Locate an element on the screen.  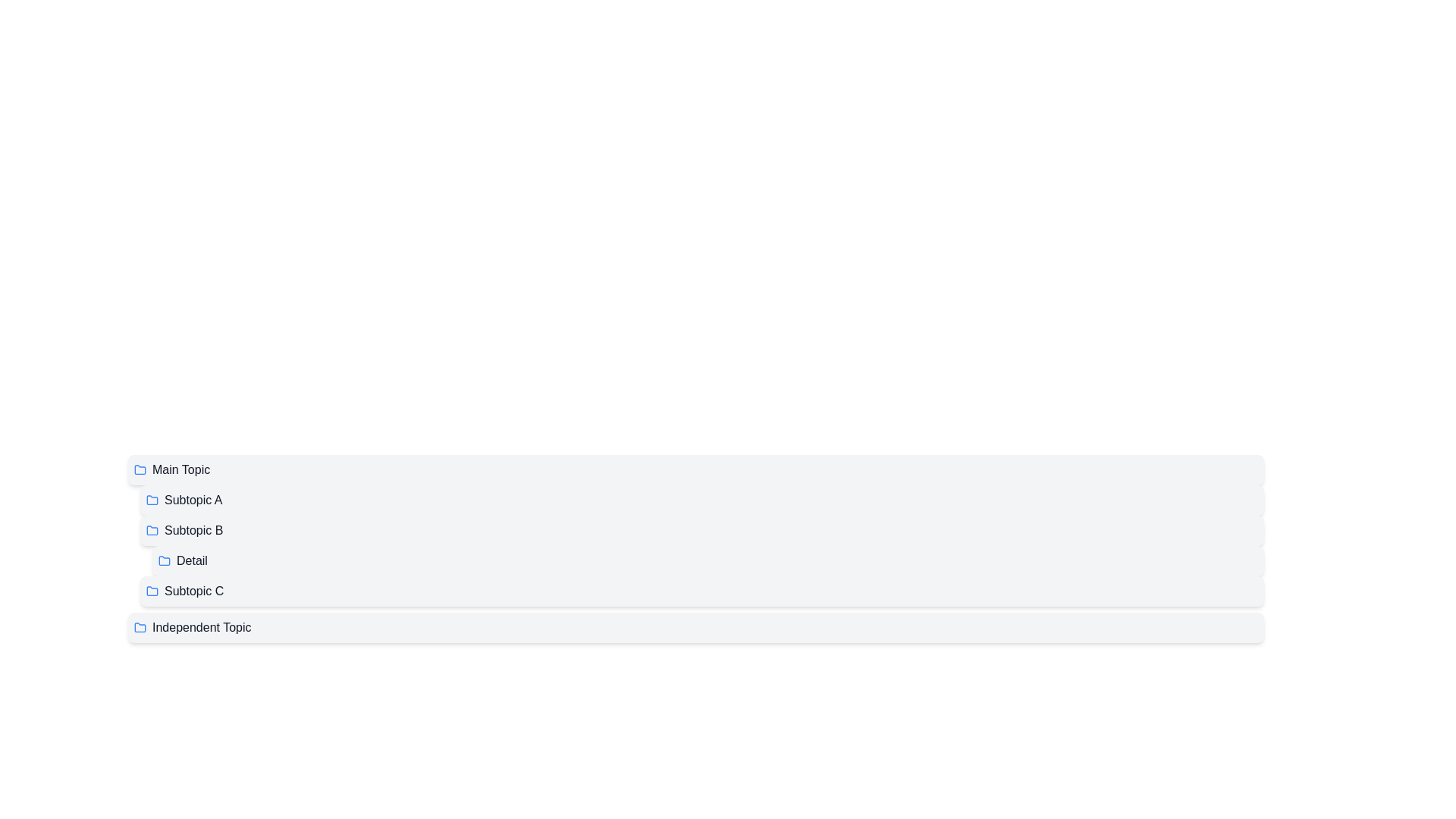
the inner graphical part of the folder icon associated with 'Subtopic C' to aid in navigation and organization is located at coordinates (152, 590).